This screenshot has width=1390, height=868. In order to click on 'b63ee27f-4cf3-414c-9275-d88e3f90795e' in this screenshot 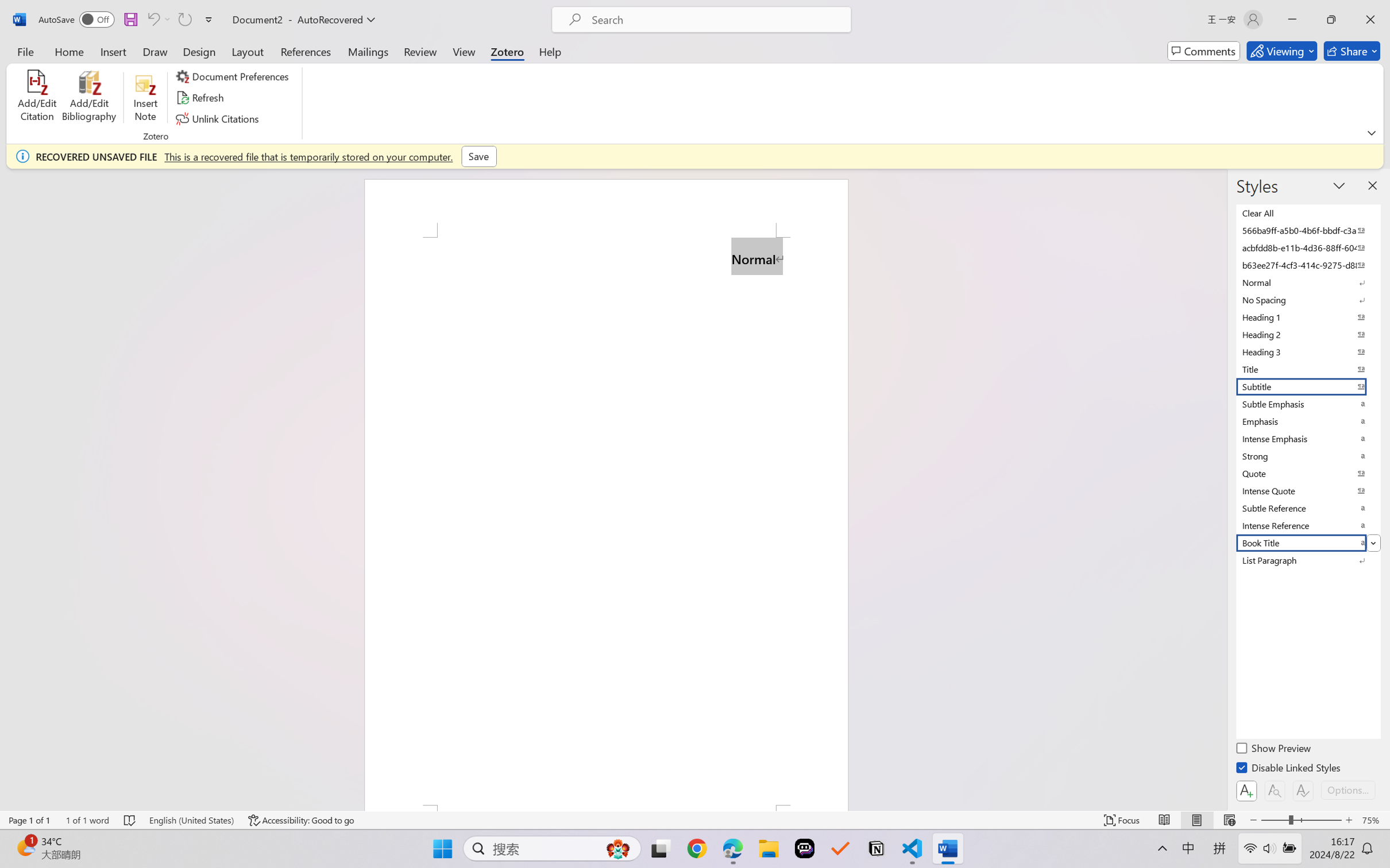, I will do `click(1307, 265)`.